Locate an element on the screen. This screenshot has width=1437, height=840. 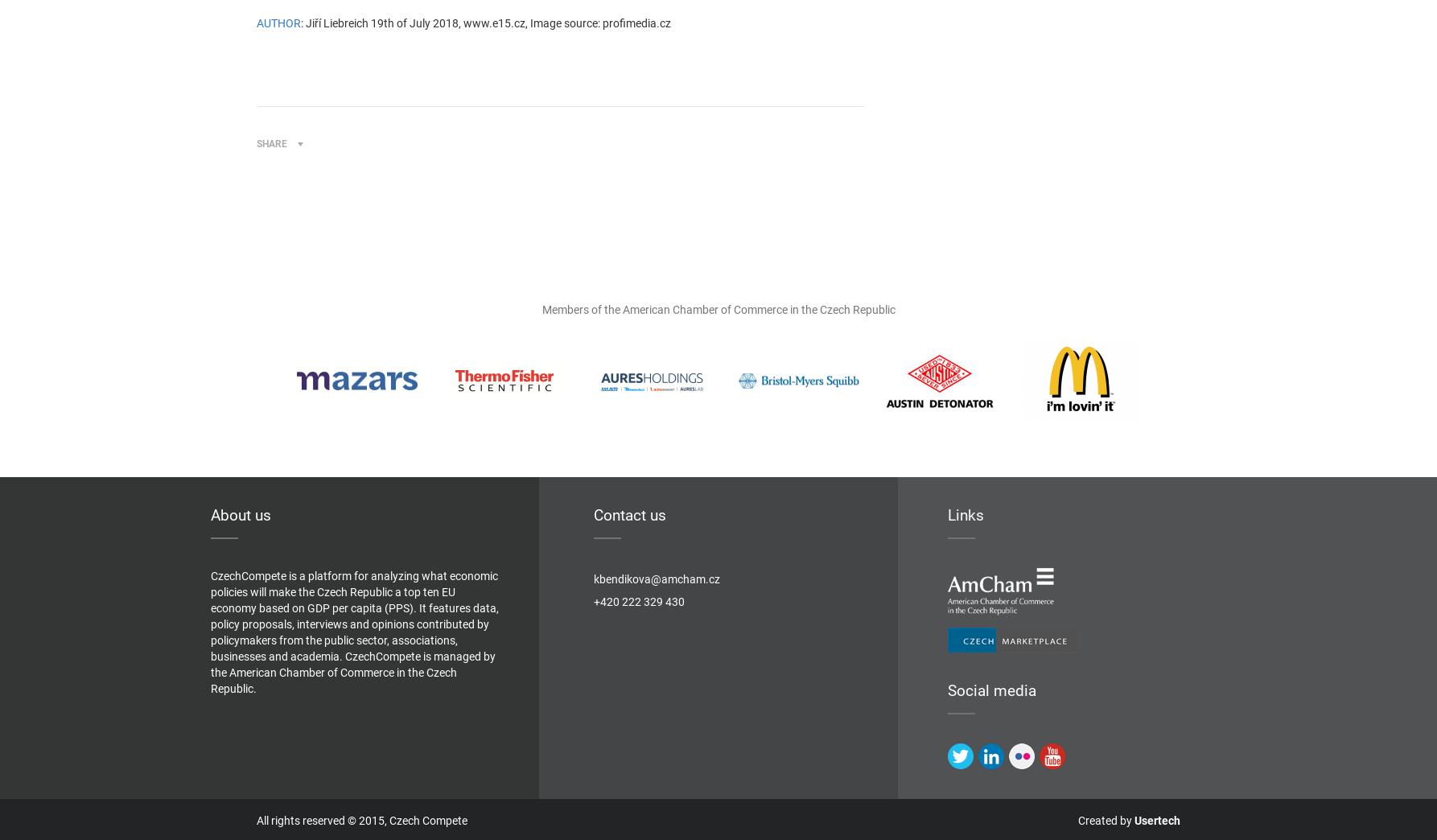
'About us' is located at coordinates (240, 515).